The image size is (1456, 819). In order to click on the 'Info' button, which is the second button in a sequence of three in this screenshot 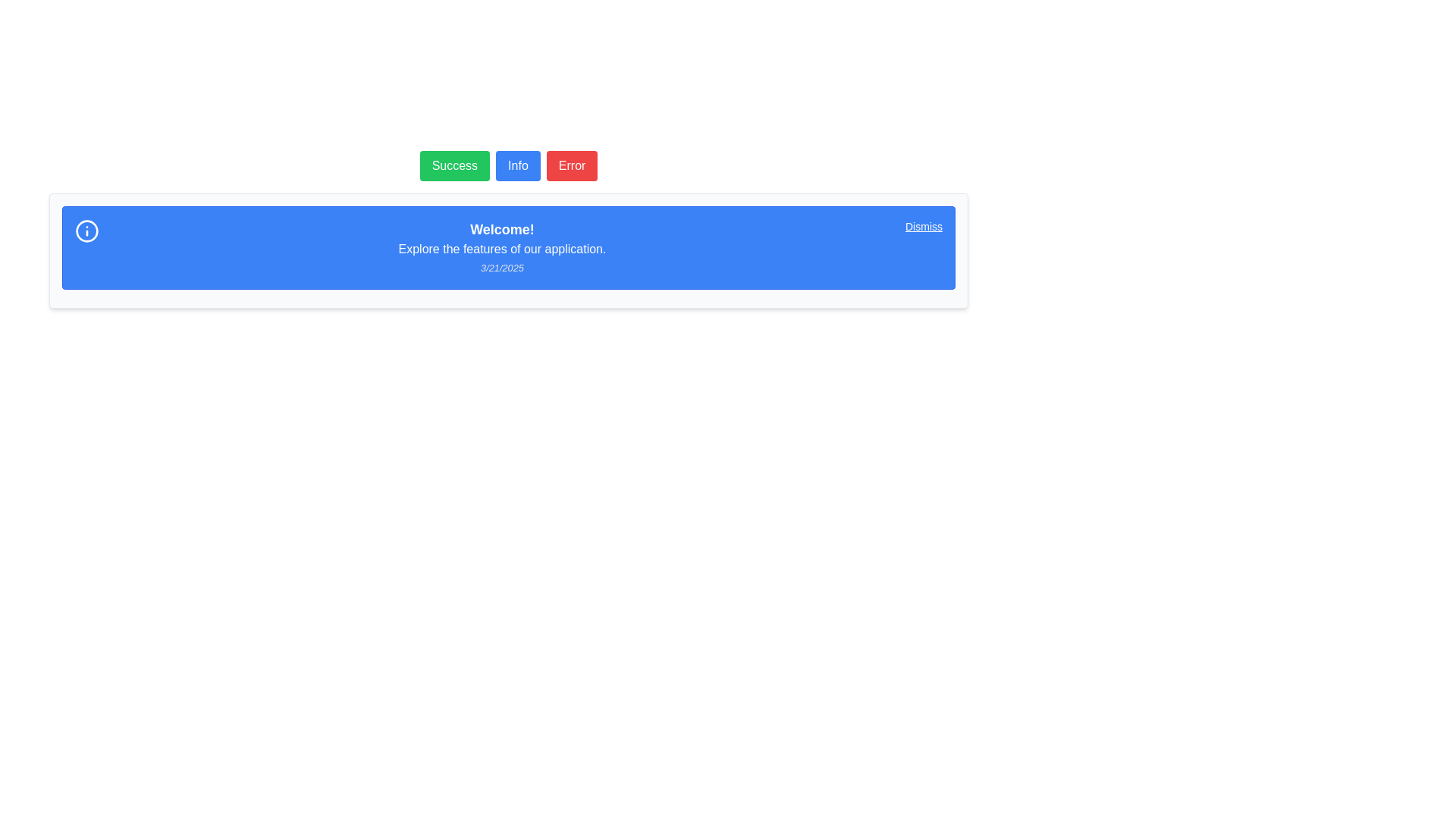, I will do `click(509, 166)`.